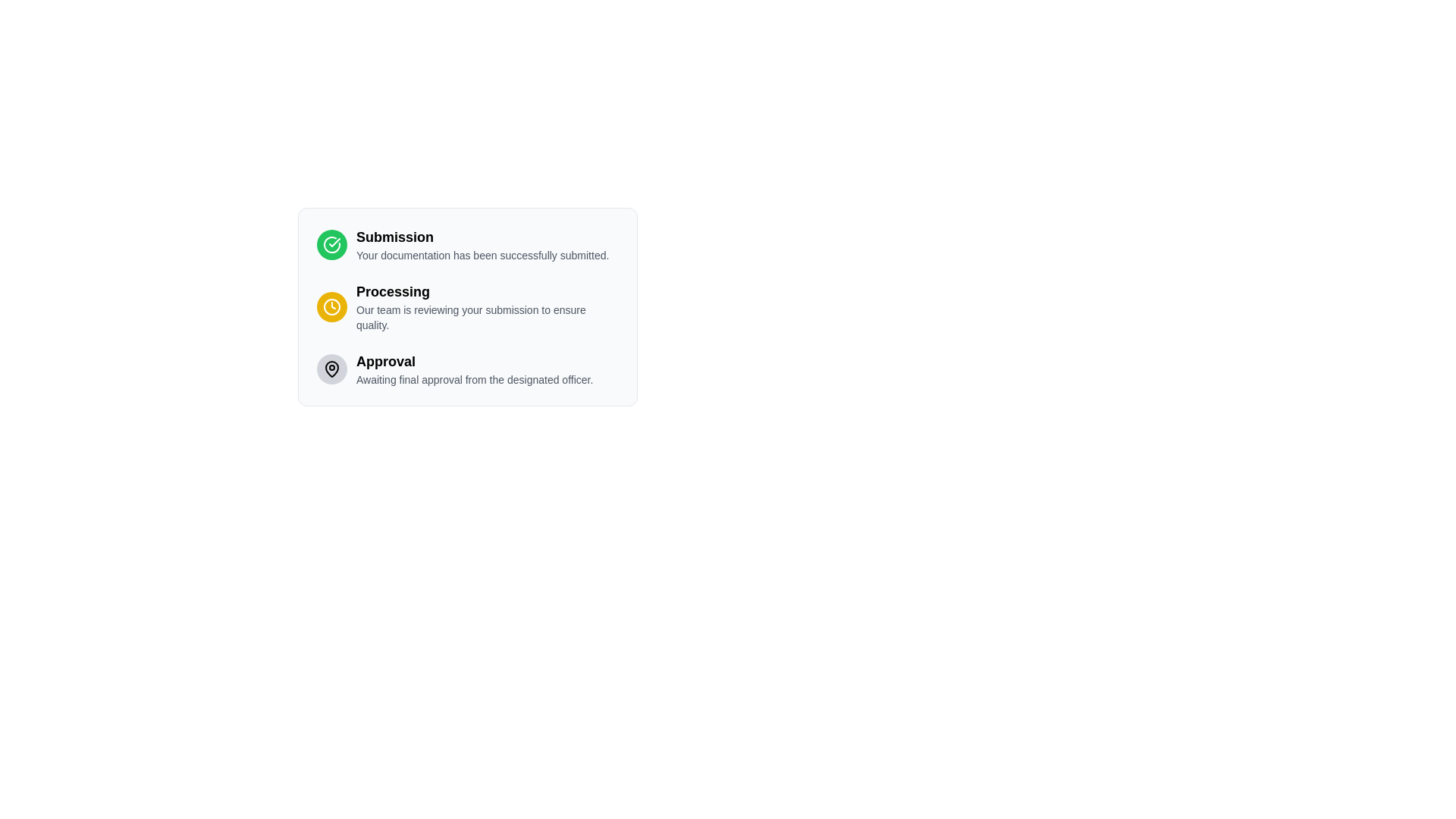 This screenshot has height=819, width=1456. Describe the element at coordinates (474, 379) in the screenshot. I see `text label that states 'Awaiting final approval from the designated officer.' which is styled with a small-sized font and gray coloring, located below the title 'Approval'` at that location.